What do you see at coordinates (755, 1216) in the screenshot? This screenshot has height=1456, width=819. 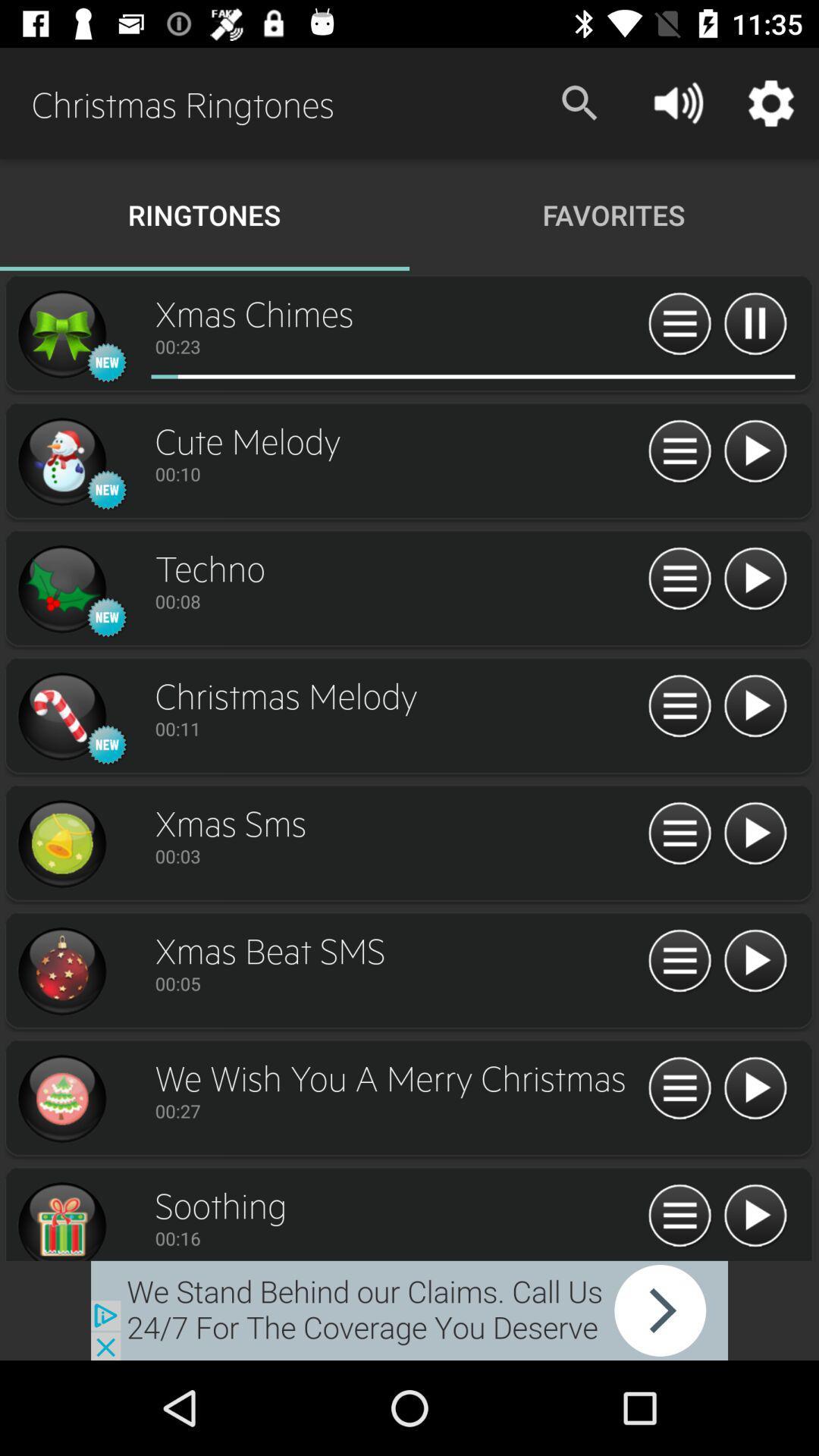 I see `next` at bounding box center [755, 1216].